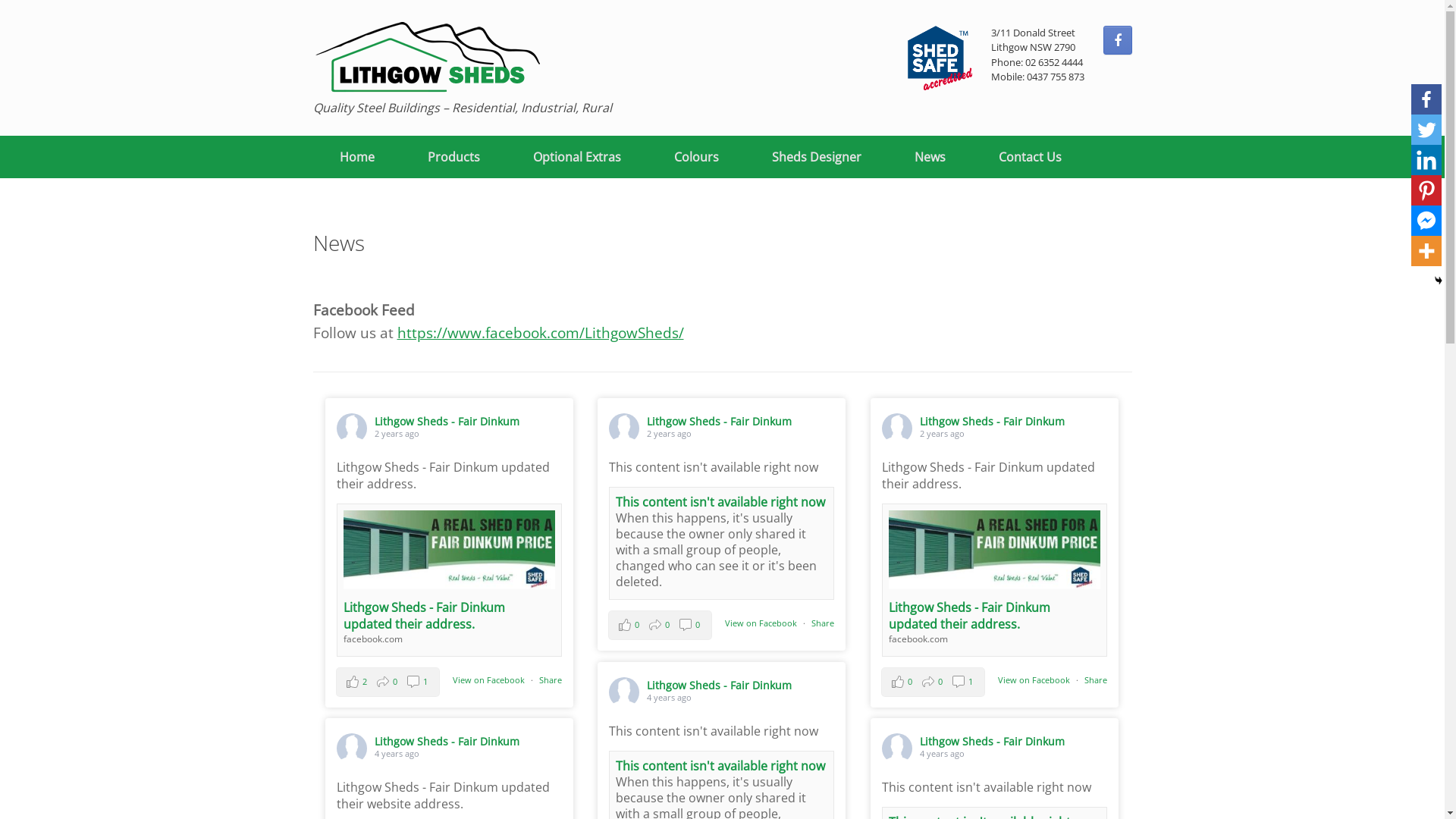 The height and width of the screenshot is (819, 1456). I want to click on 'Twitter', so click(1426, 128).